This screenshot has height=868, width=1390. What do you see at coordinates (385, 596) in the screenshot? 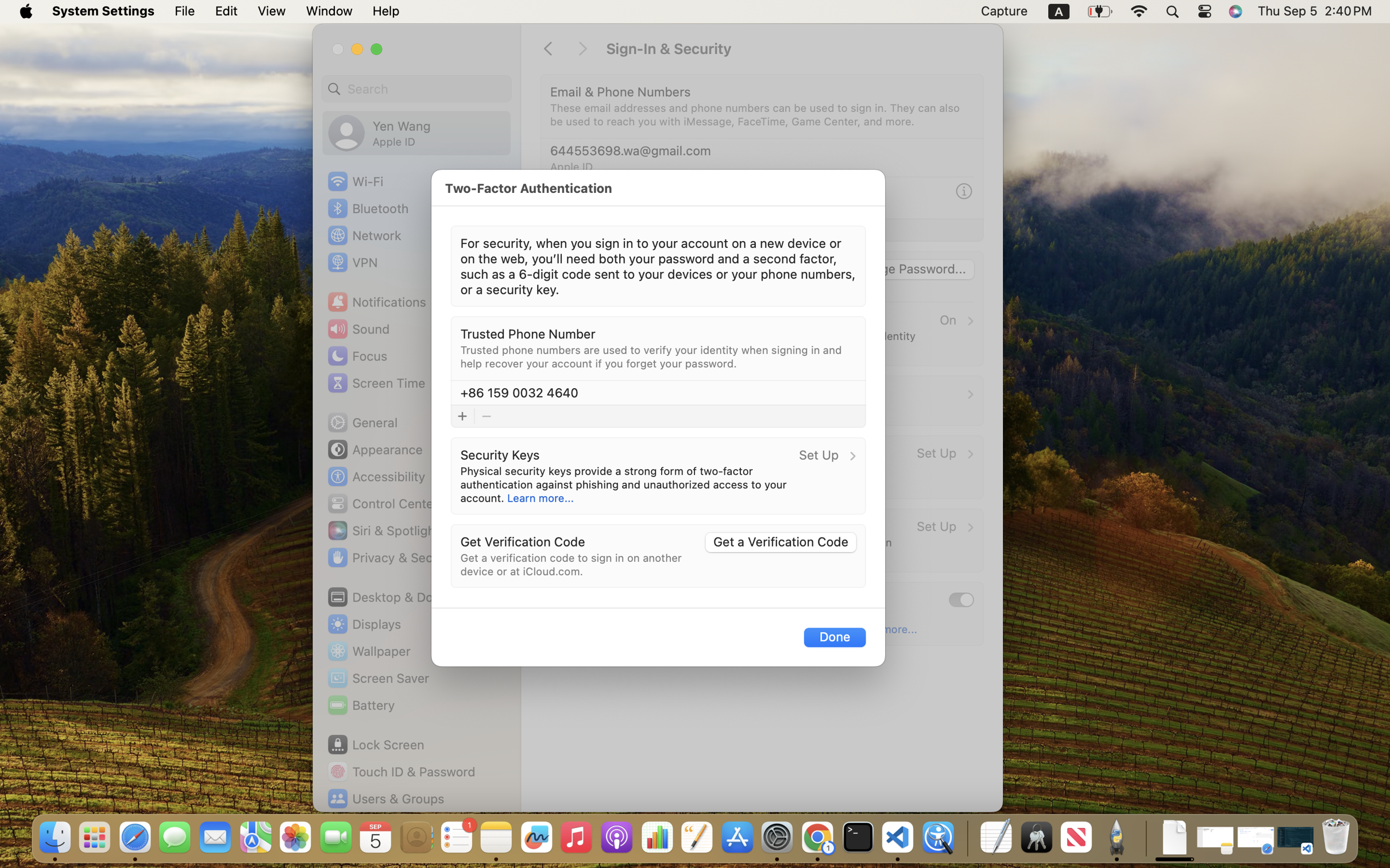
I see `'Desktop & Dock'` at bounding box center [385, 596].